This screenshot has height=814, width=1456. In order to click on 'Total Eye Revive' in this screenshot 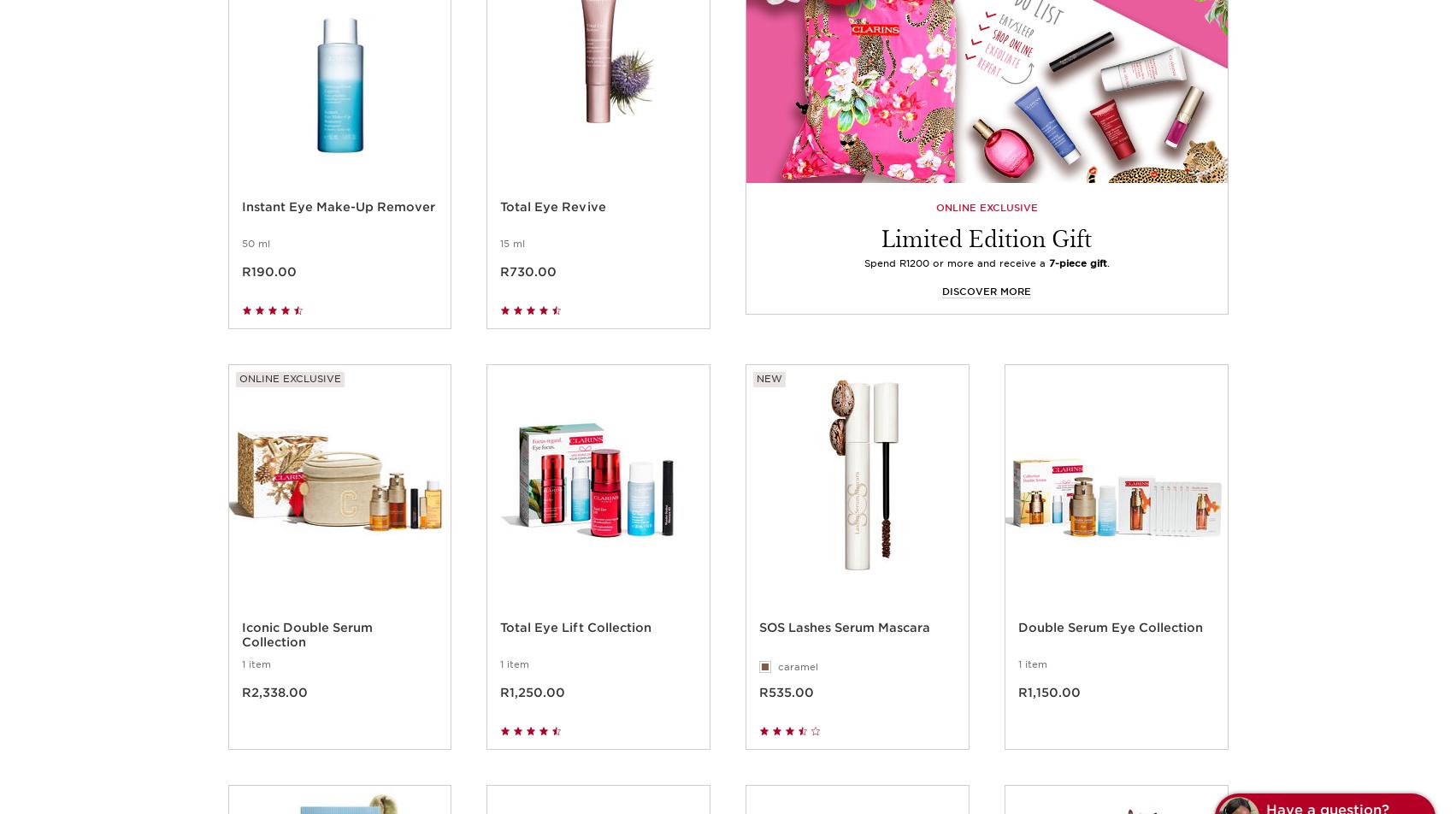, I will do `click(551, 225)`.